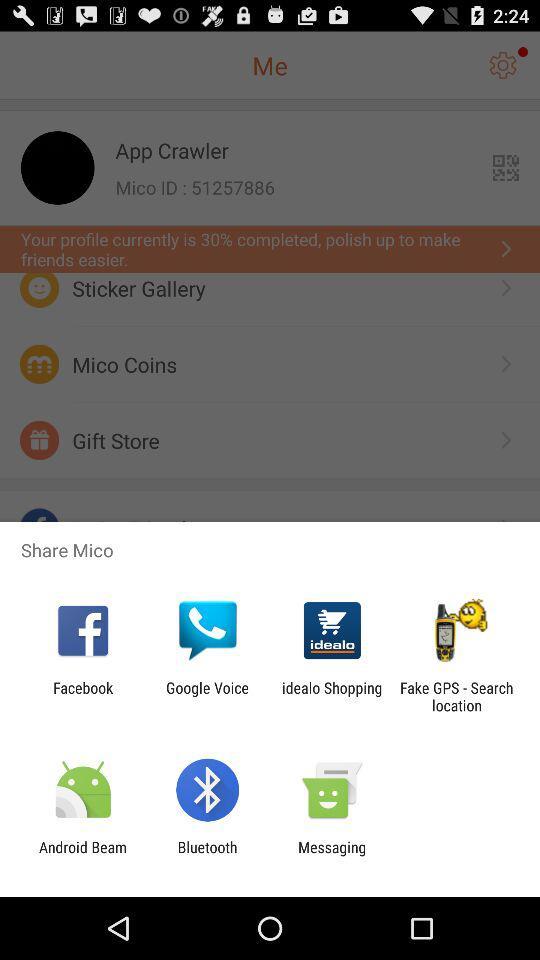 This screenshot has width=540, height=960. What do you see at coordinates (82, 855) in the screenshot?
I see `the item next to the bluetooth app` at bounding box center [82, 855].